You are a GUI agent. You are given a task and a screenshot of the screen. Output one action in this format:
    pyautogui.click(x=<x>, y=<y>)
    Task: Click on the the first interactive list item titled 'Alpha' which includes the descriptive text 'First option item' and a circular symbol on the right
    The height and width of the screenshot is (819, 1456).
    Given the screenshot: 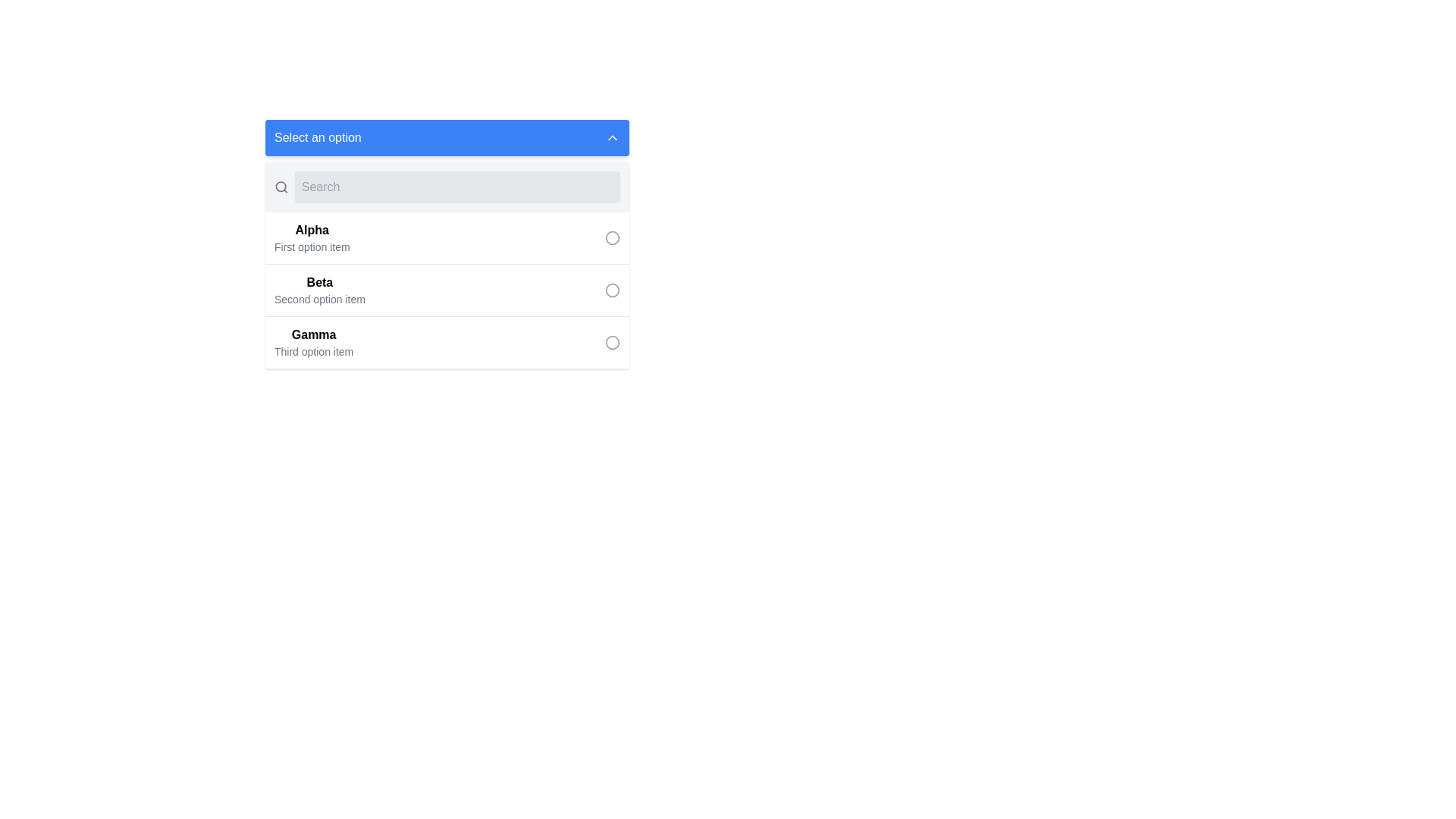 What is the action you would take?
    pyautogui.click(x=447, y=243)
    